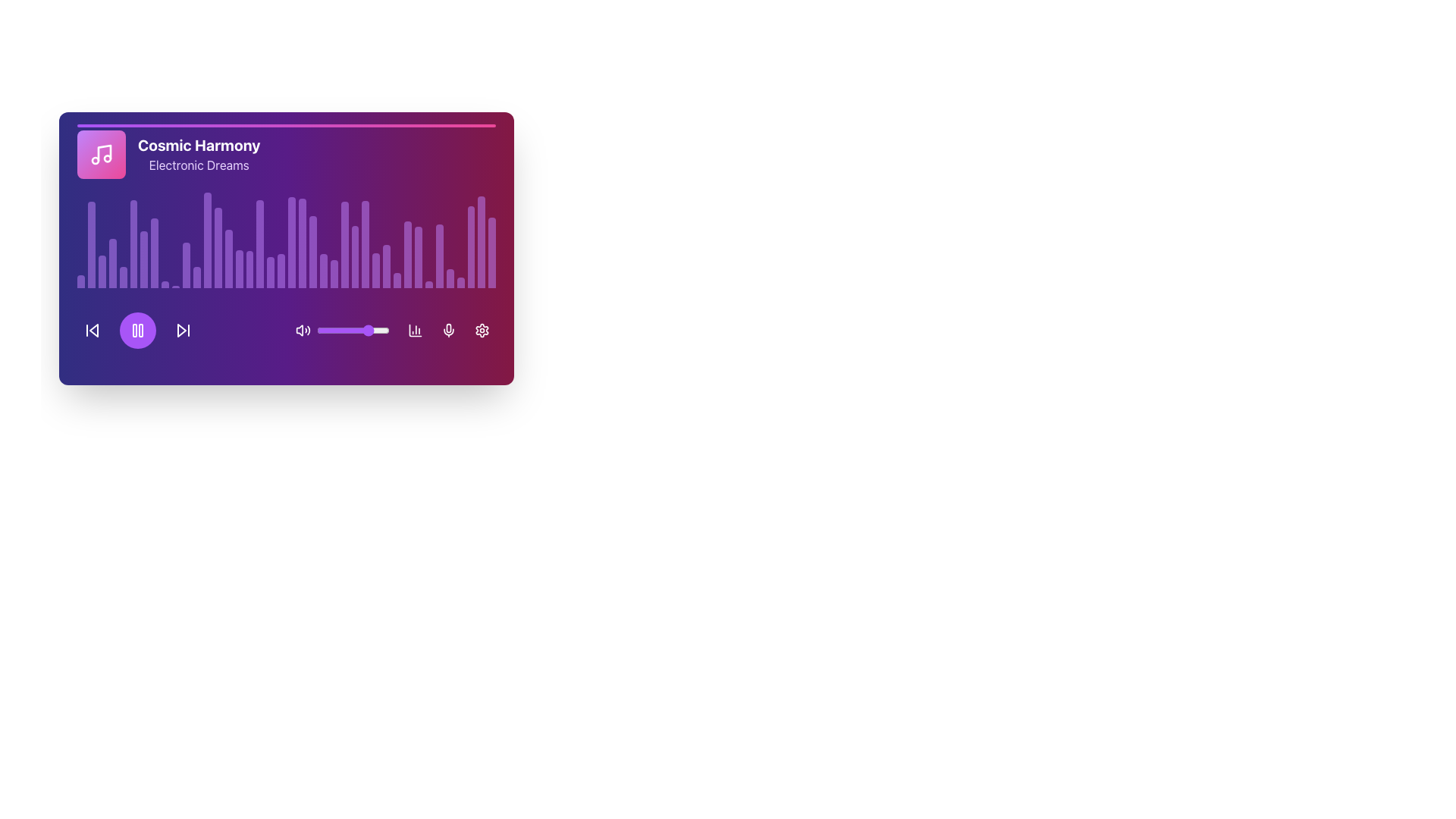 This screenshot has height=819, width=1456. I want to click on the first playback control button, which skips to the previous track in the playlist, so click(91, 329).